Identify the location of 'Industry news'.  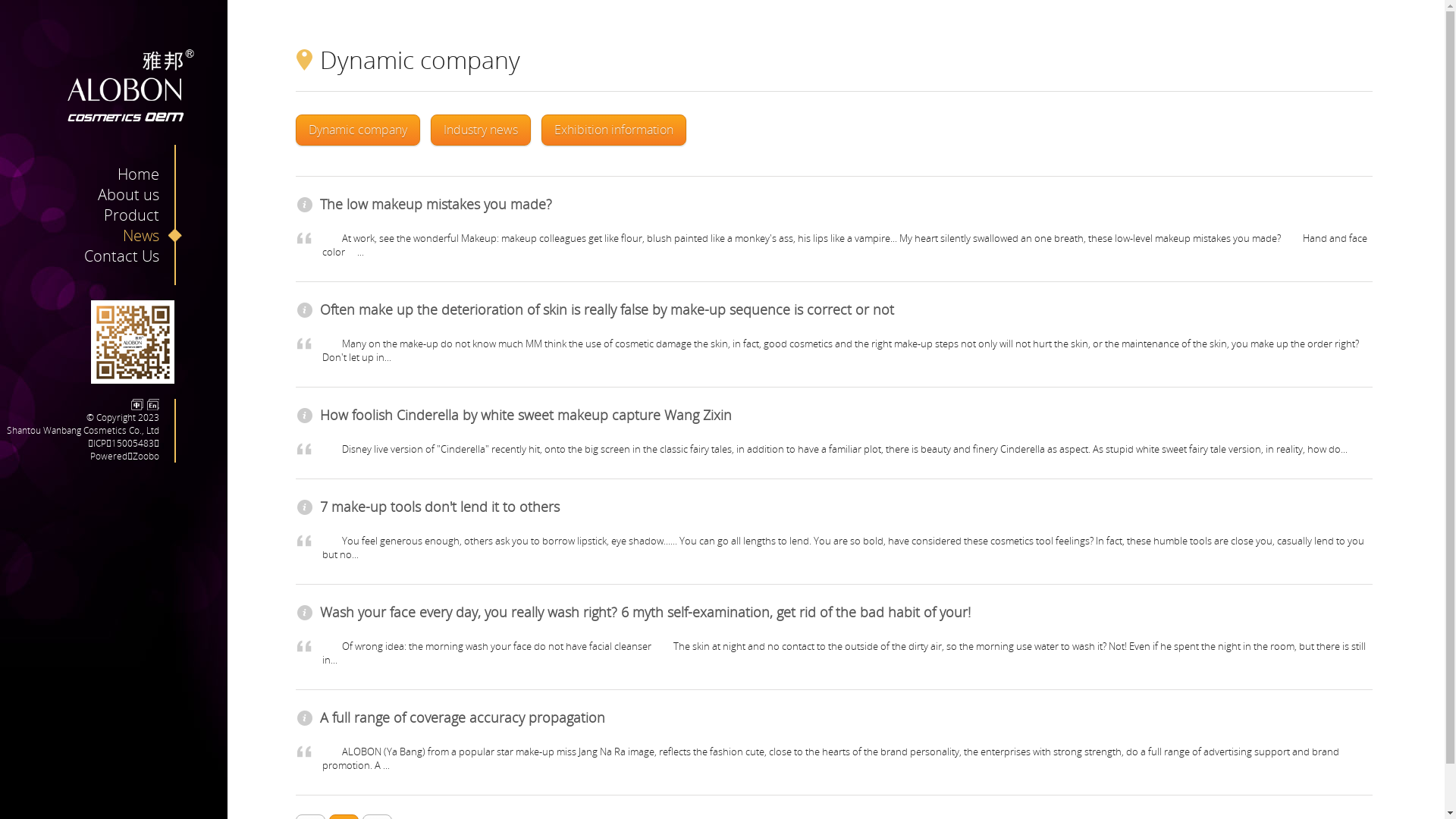
(479, 129).